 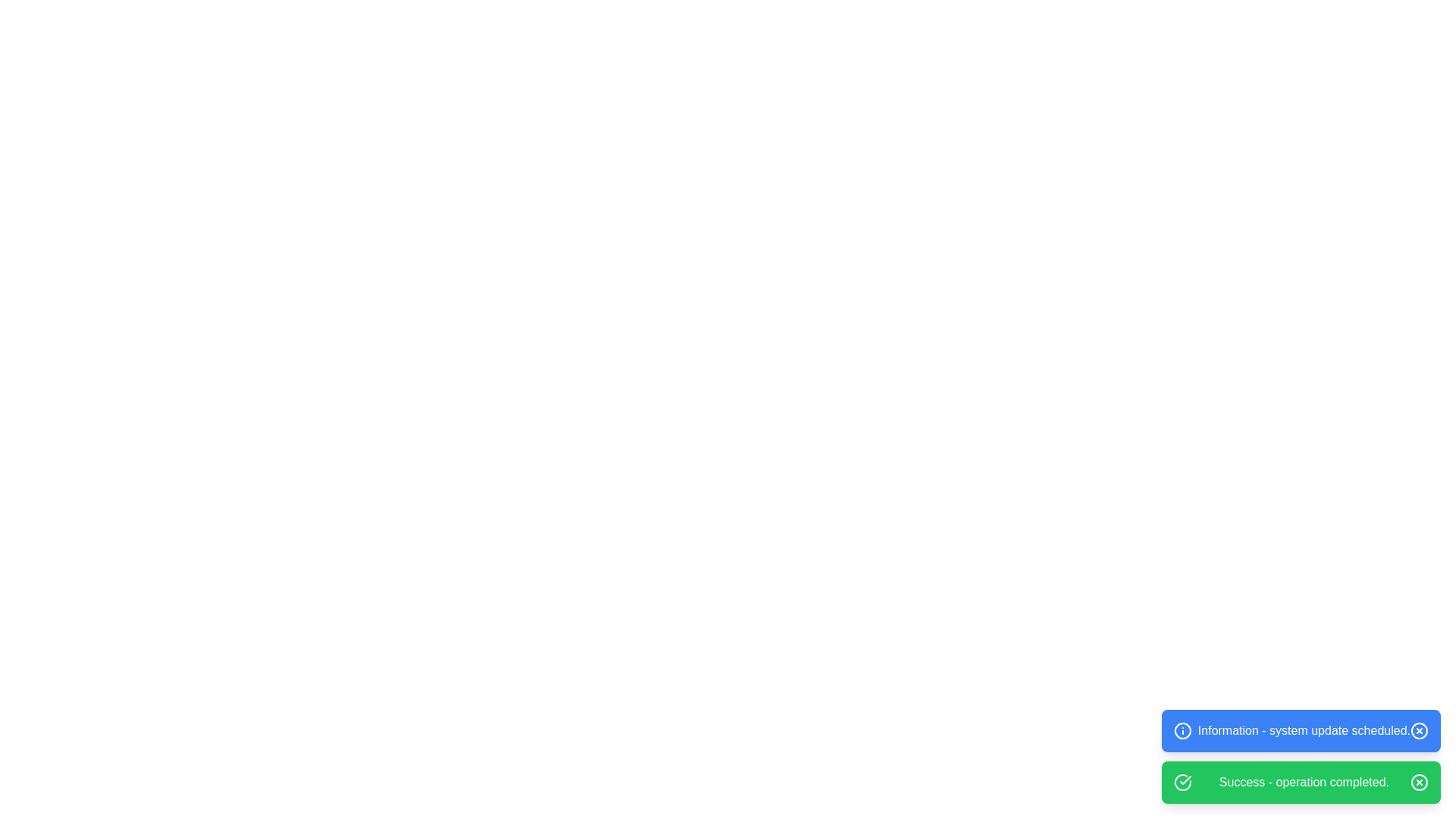 What do you see at coordinates (1303, 730) in the screenshot?
I see `informational message from the text label located in the blue notification card at the top of the notification items, centered horizontally and occupying most of the card's width` at bounding box center [1303, 730].